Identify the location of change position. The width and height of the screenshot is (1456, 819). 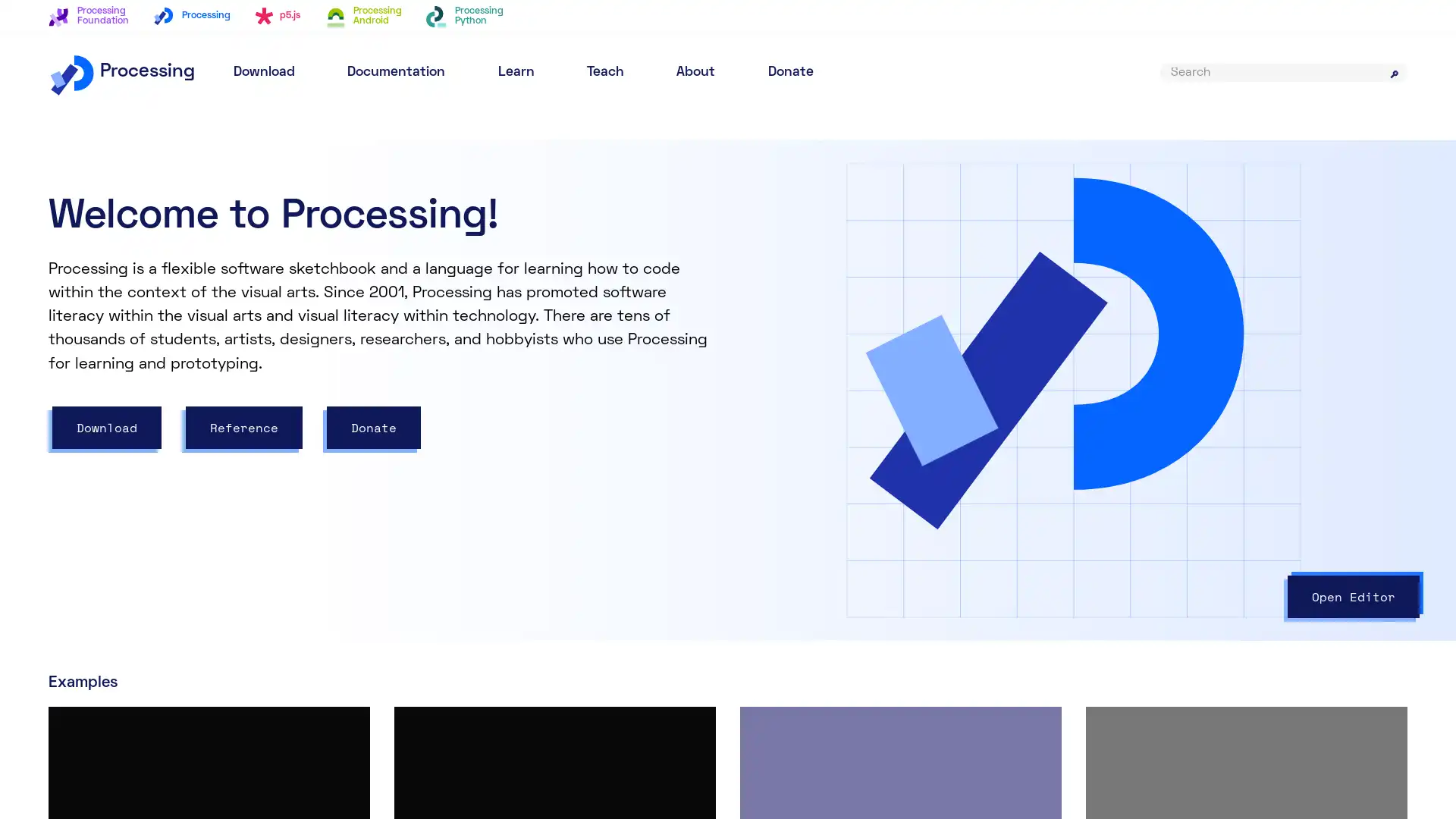
(871, 416).